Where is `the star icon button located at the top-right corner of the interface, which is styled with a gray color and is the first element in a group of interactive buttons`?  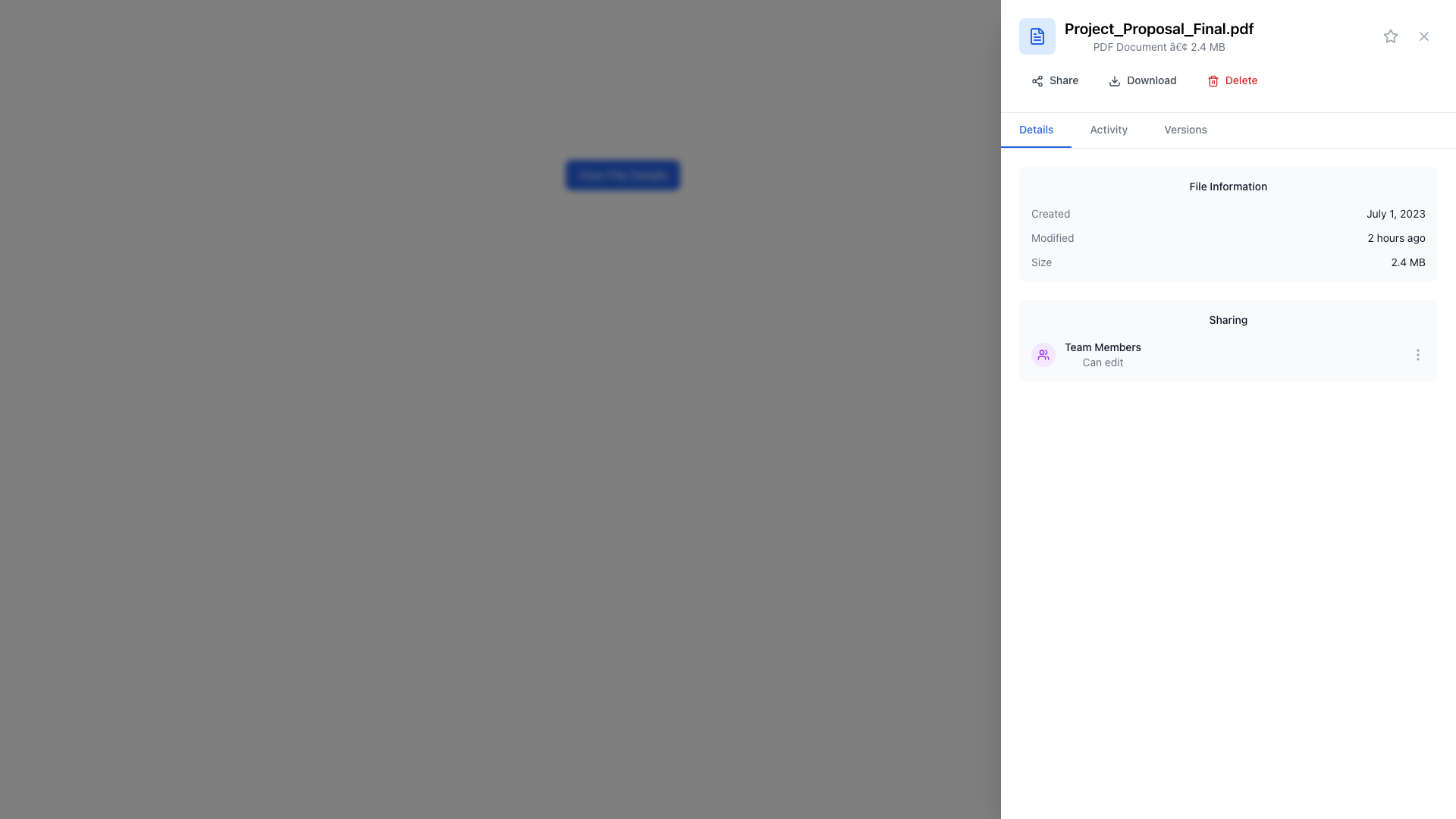
the star icon button located at the top-right corner of the interface, which is styled with a gray color and is the first element in a group of interactive buttons is located at coordinates (1390, 35).